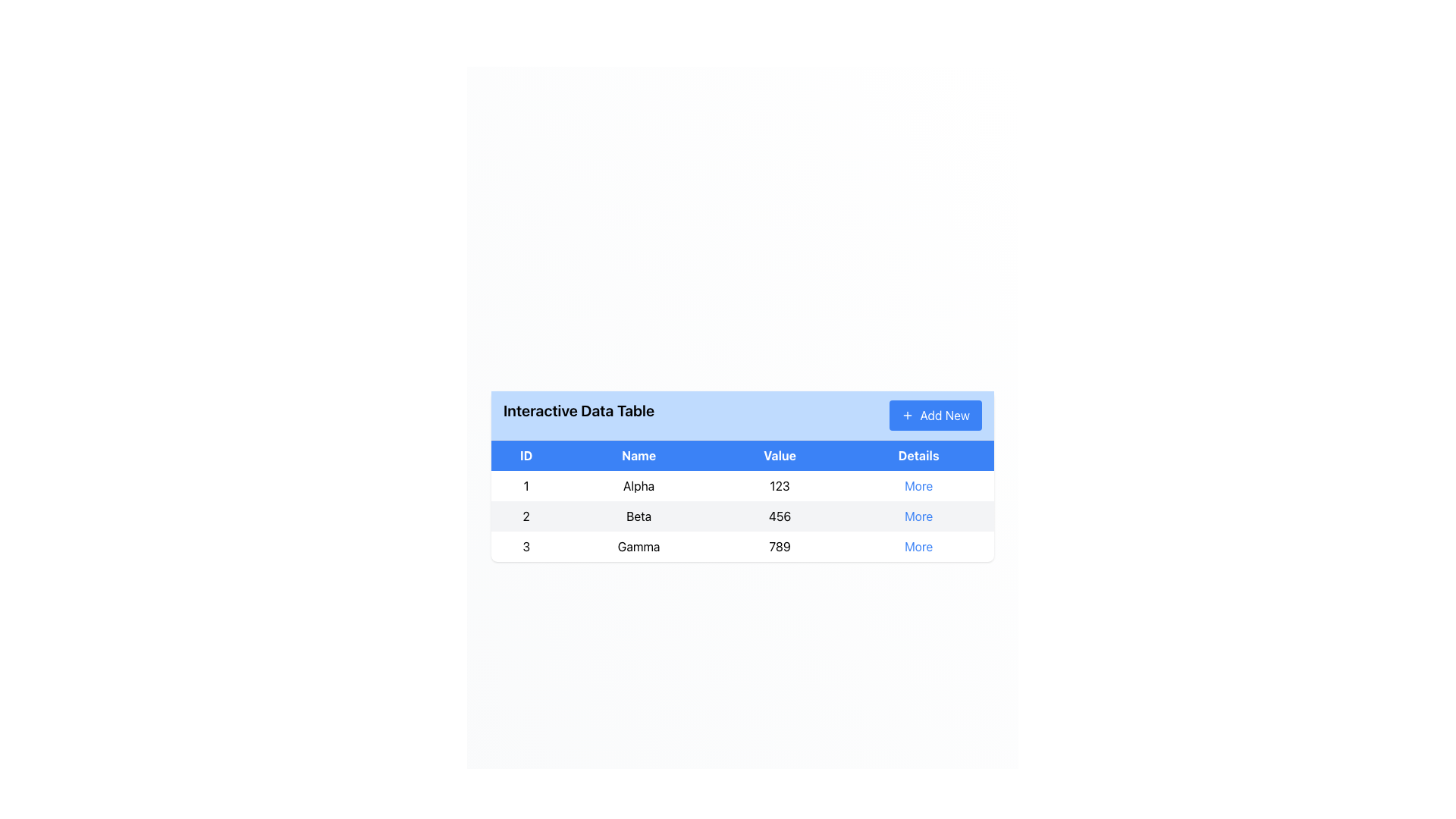 This screenshot has height=819, width=1456. Describe the element at coordinates (908, 415) in the screenshot. I see `the SVG icon inside the 'Add New' button located at the top-right corner of the blue header of the interactive data table` at that location.